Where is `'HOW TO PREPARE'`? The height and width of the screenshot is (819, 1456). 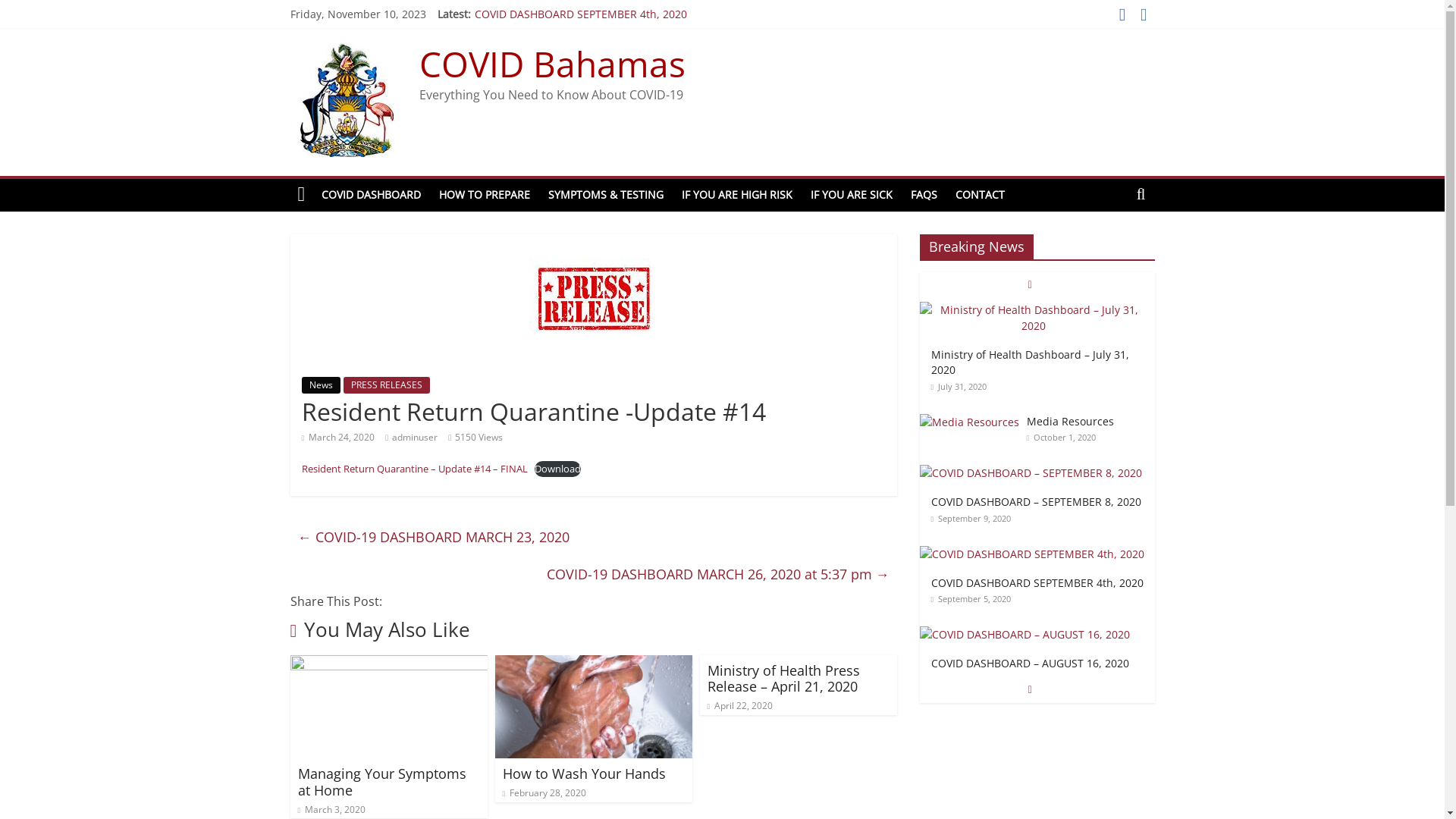
'HOW TO PREPARE' is located at coordinates (428, 194).